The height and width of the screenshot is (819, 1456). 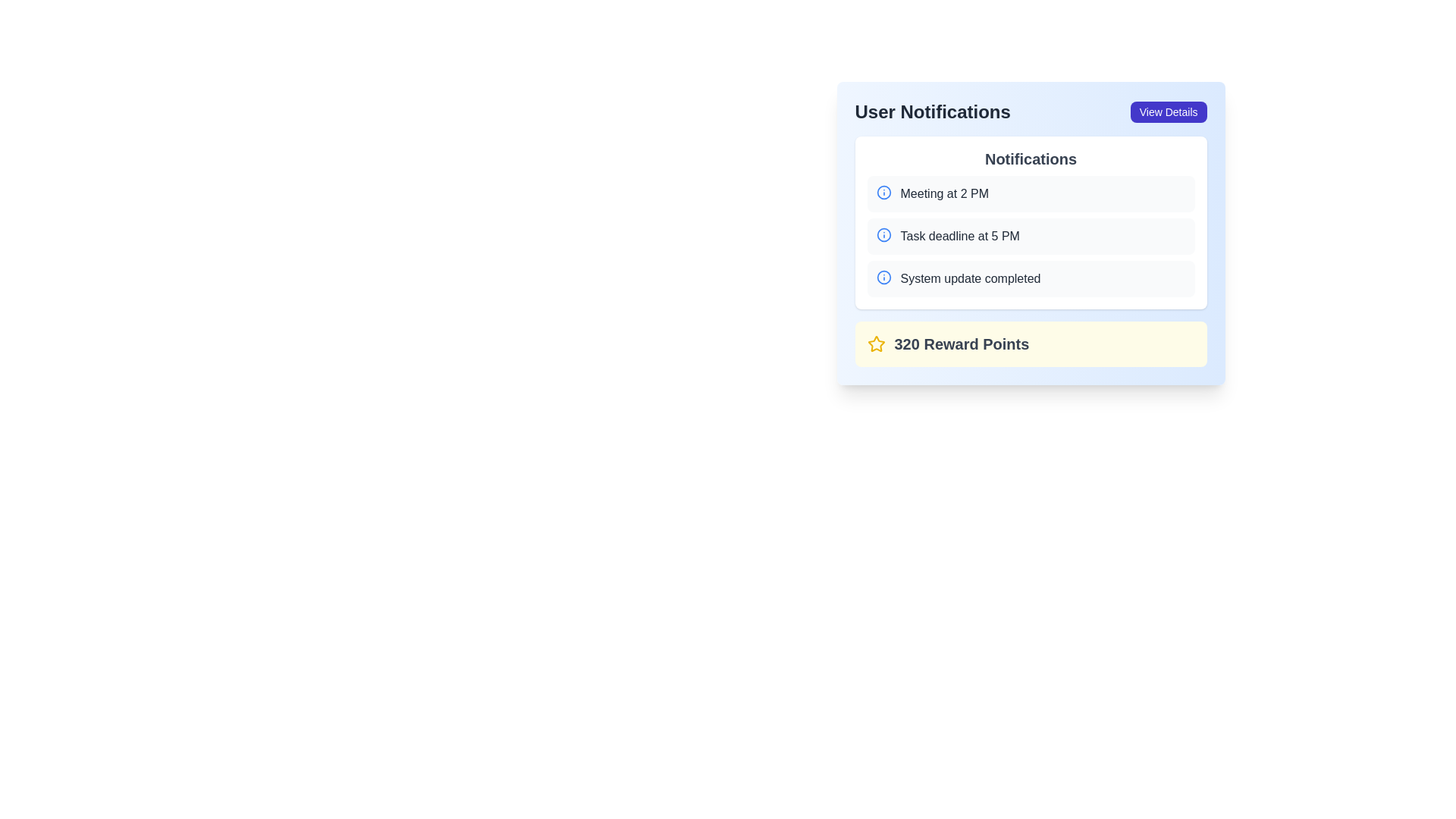 What do you see at coordinates (961, 344) in the screenshot?
I see `the text label that displays the user's current reward points, located at the bottom section of a notification card to the right of a yellow star-shaped icon` at bounding box center [961, 344].